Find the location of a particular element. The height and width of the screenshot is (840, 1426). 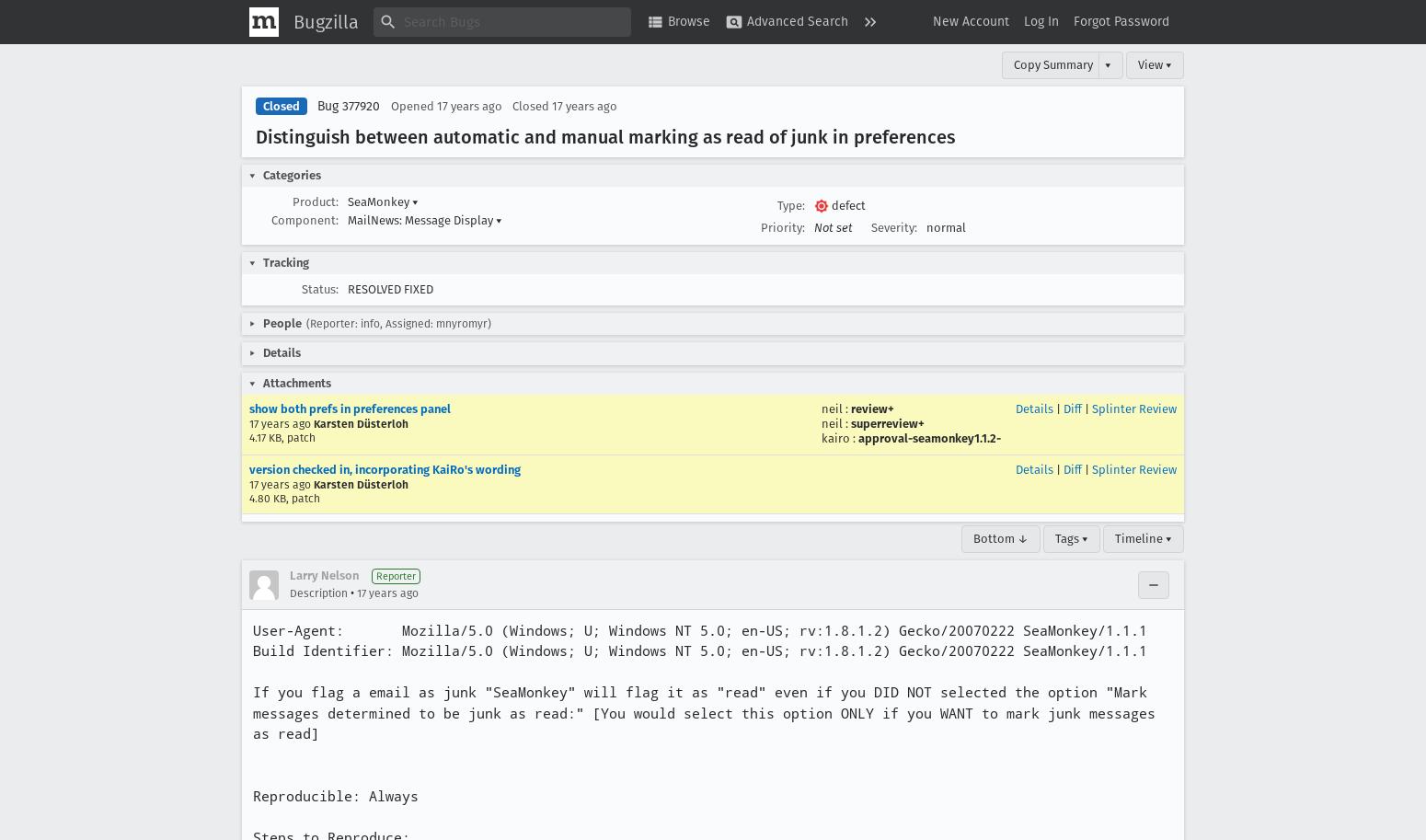

'View ▾' is located at coordinates (1154, 63).